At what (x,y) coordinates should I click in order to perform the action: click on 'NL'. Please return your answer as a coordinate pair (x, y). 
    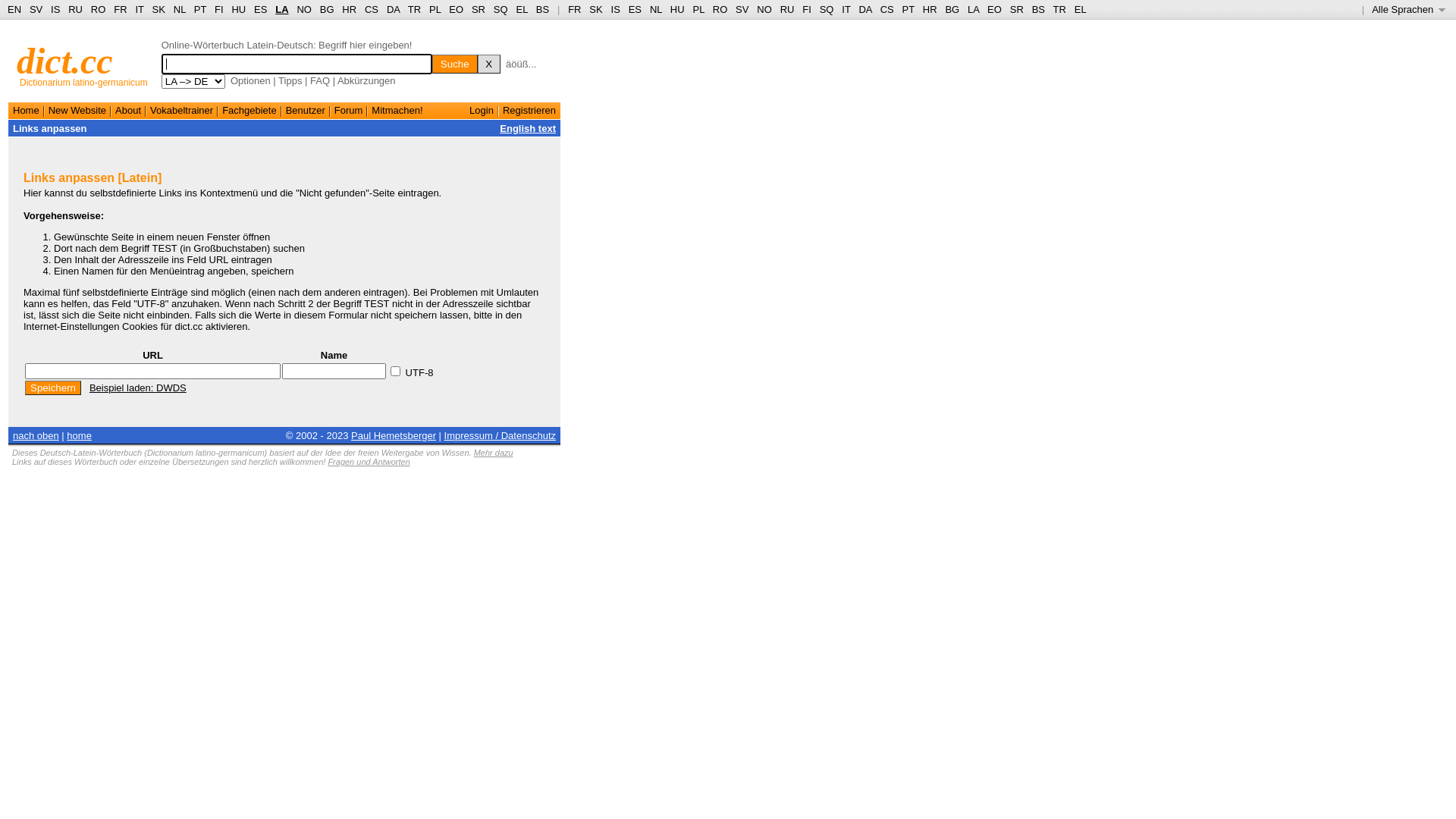
    Looking at the image, I should click on (179, 9).